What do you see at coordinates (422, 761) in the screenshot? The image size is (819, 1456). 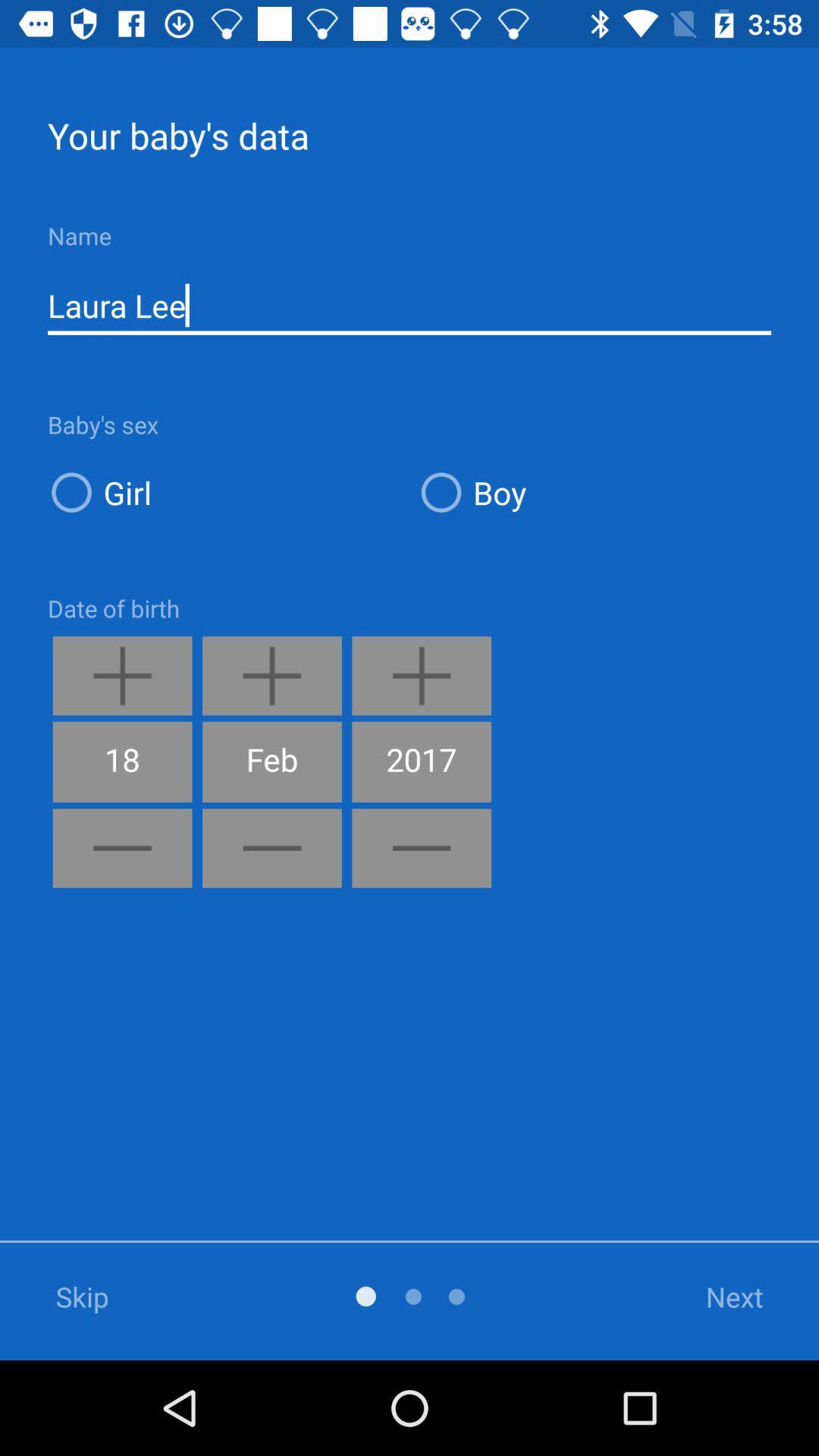 I see `2017 icon` at bounding box center [422, 761].